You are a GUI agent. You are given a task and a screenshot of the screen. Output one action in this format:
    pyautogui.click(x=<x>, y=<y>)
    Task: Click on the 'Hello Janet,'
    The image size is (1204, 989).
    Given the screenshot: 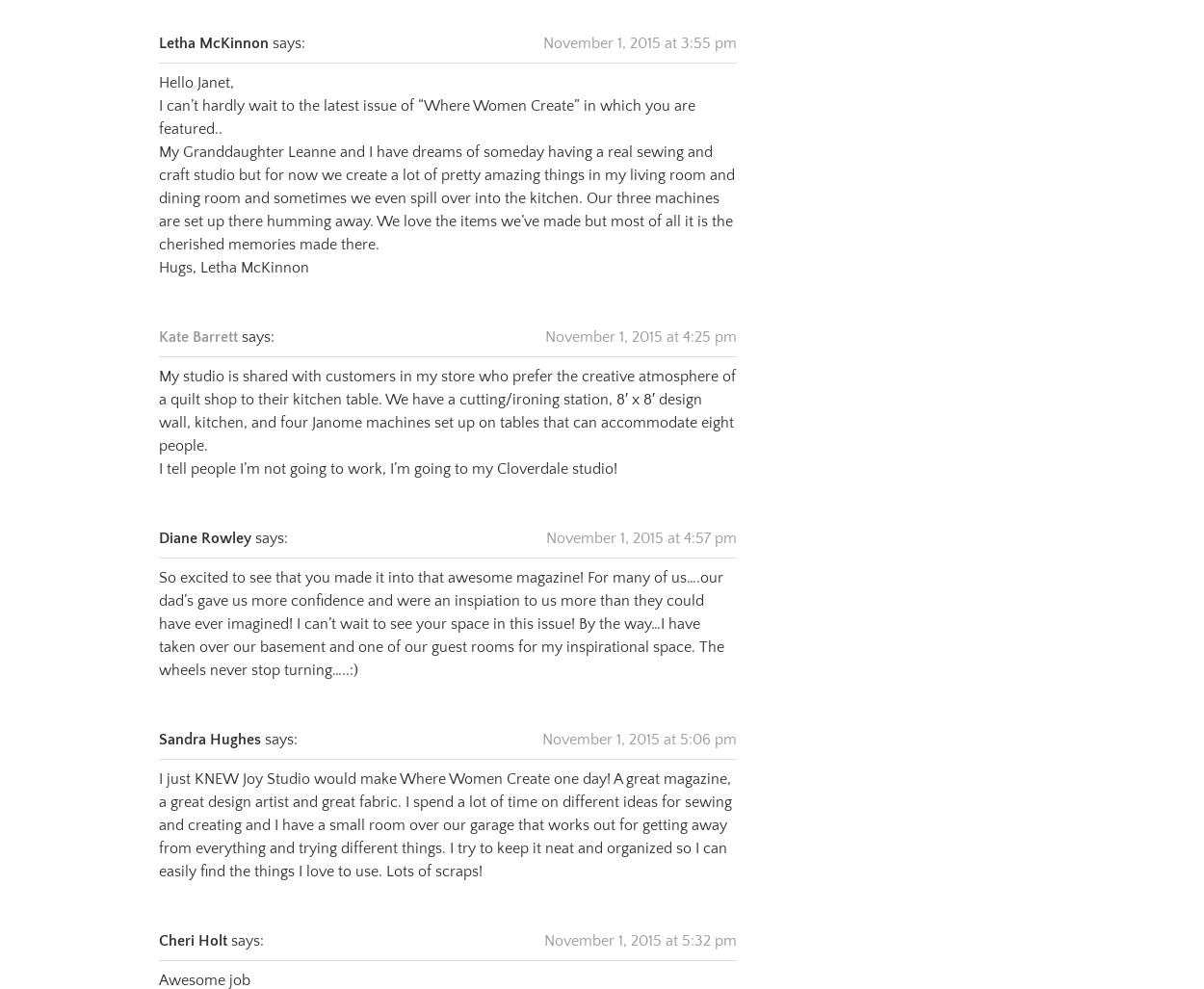 What is the action you would take?
    pyautogui.click(x=196, y=58)
    